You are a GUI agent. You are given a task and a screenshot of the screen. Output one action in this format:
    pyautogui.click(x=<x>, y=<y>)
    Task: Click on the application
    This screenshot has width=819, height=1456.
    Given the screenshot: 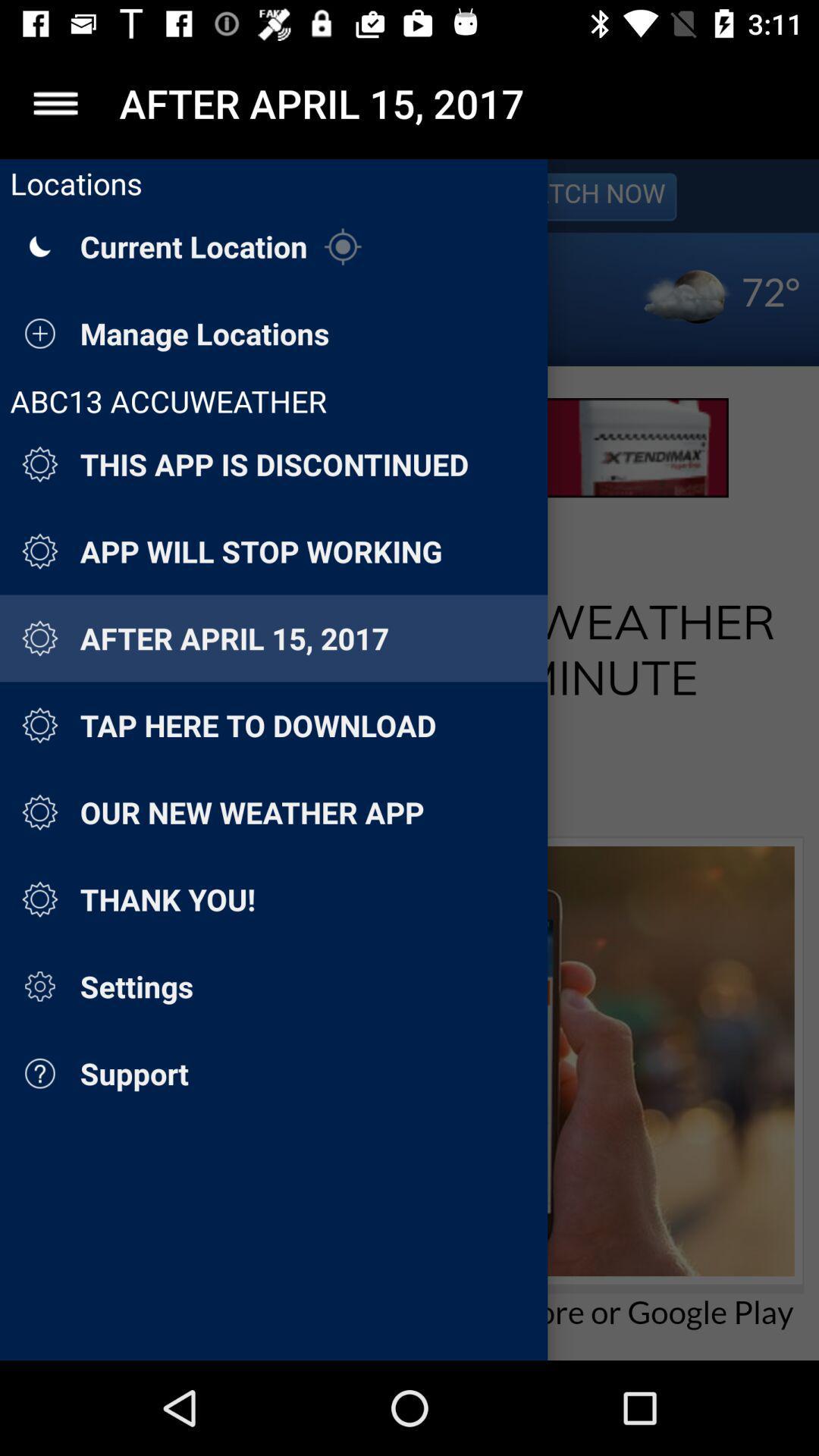 What is the action you would take?
    pyautogui.click(x=55, y=102)
    